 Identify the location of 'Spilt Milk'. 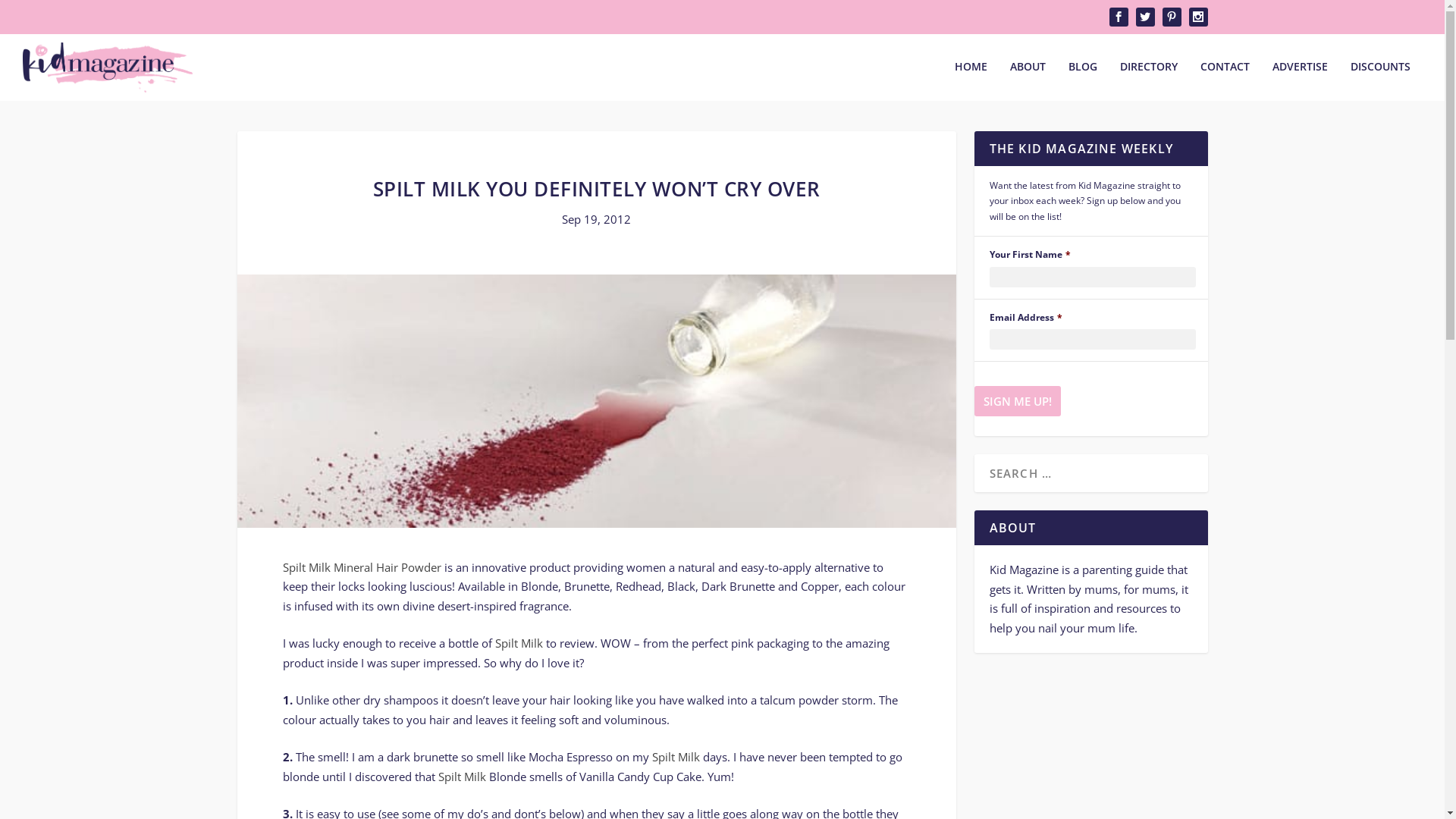
(461, 776).